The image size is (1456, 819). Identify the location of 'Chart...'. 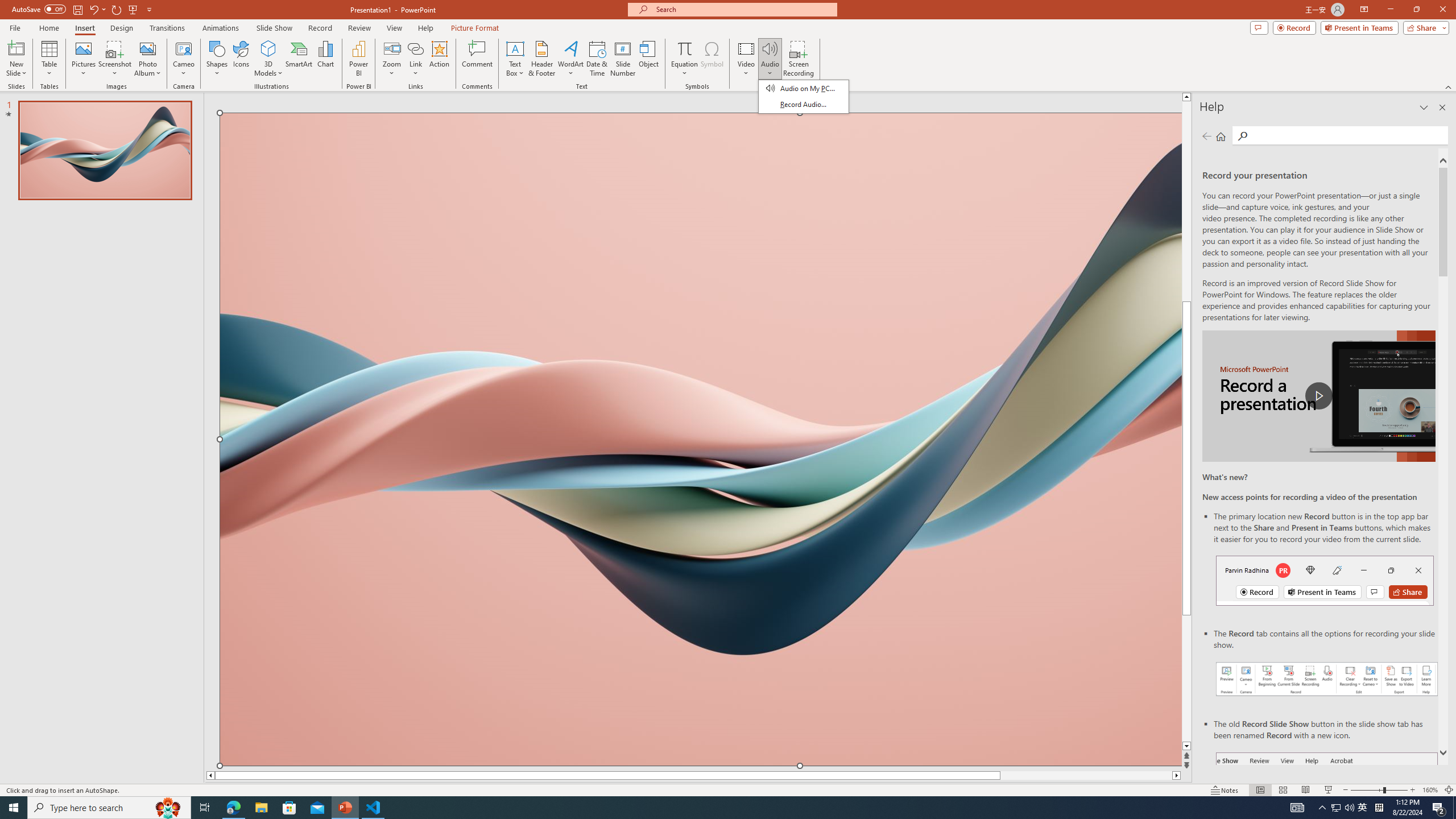
(325, 59).